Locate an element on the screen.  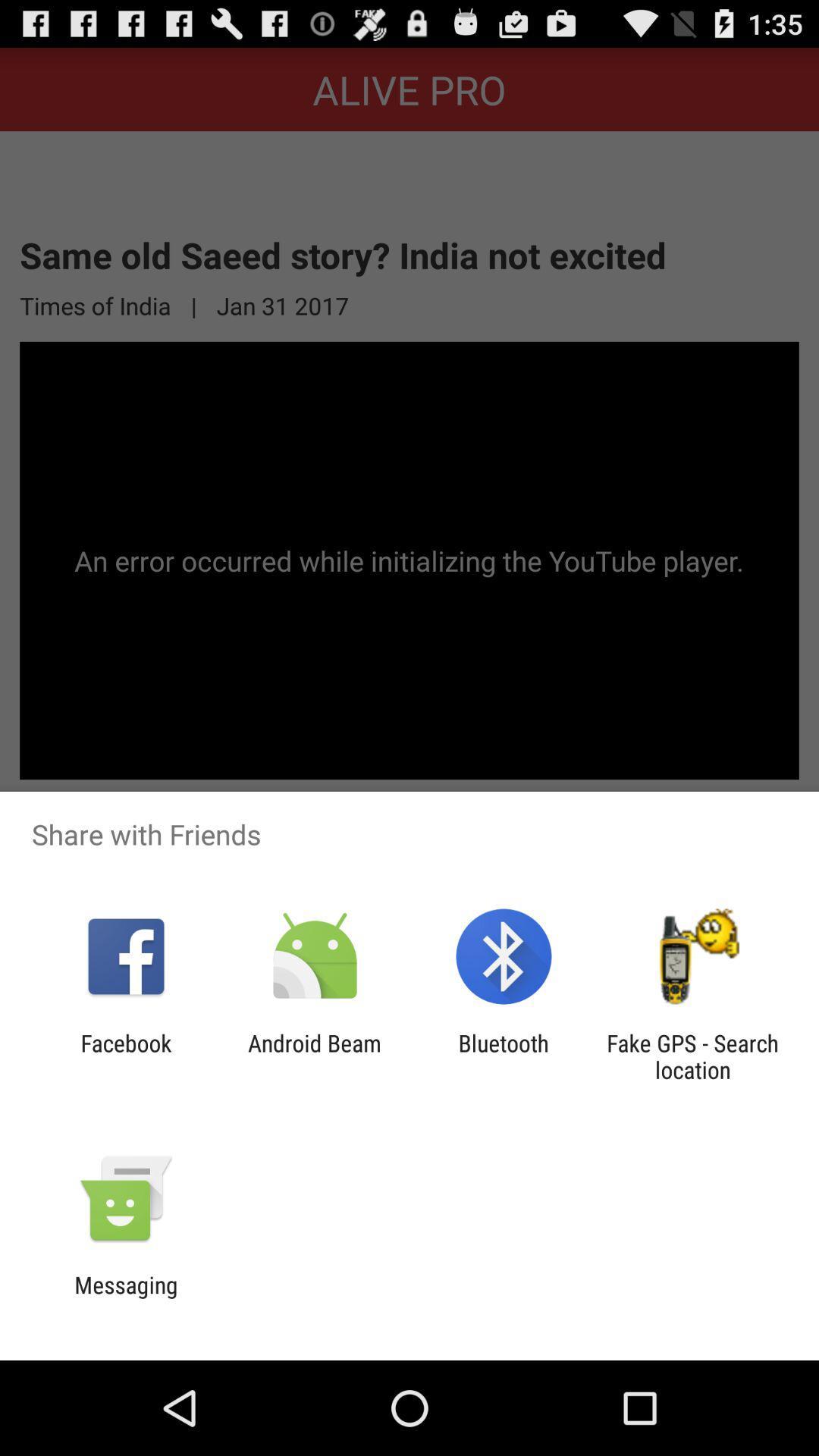
facebook item is located at coordinates (125, 1056).